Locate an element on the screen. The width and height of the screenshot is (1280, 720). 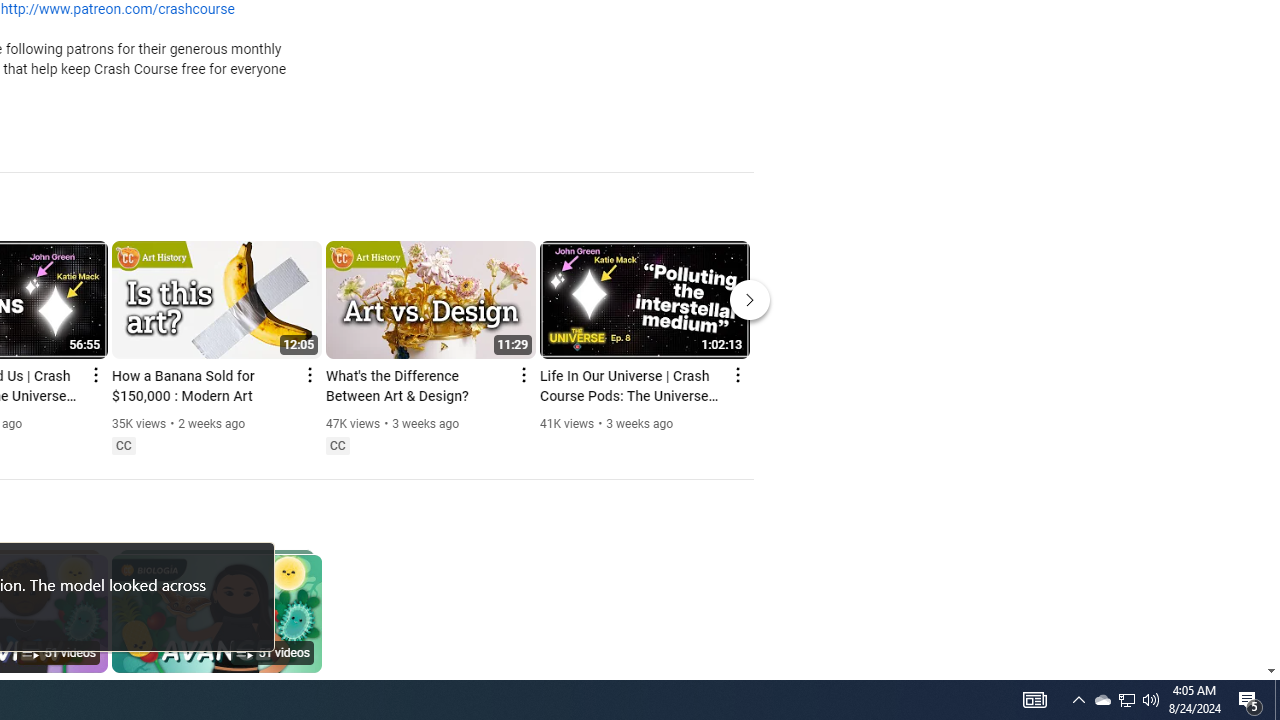
'Action menu' is located at coordinates (736, 375).